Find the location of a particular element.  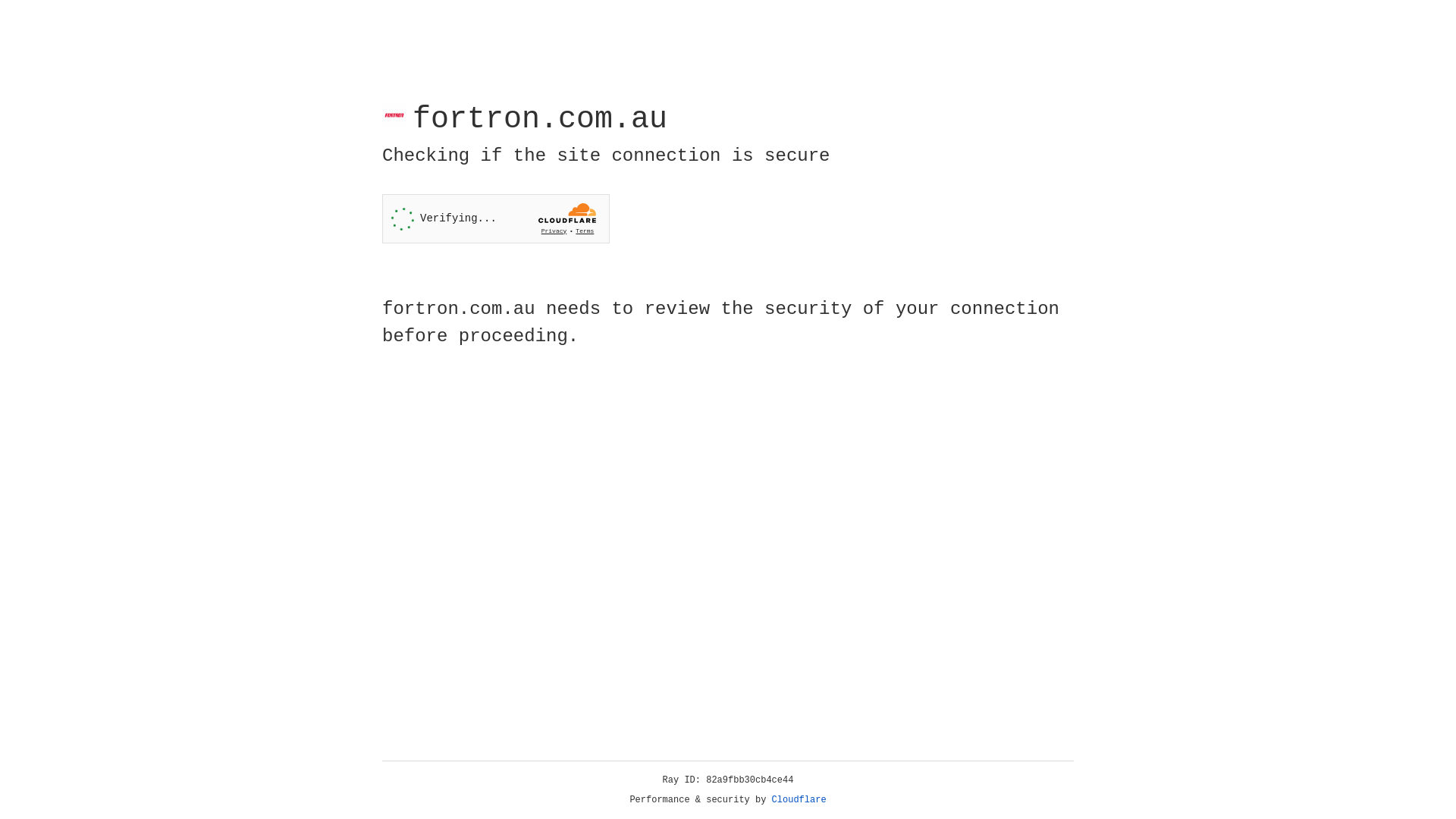

'Cloudflare' is located at coordinates (799, 799).